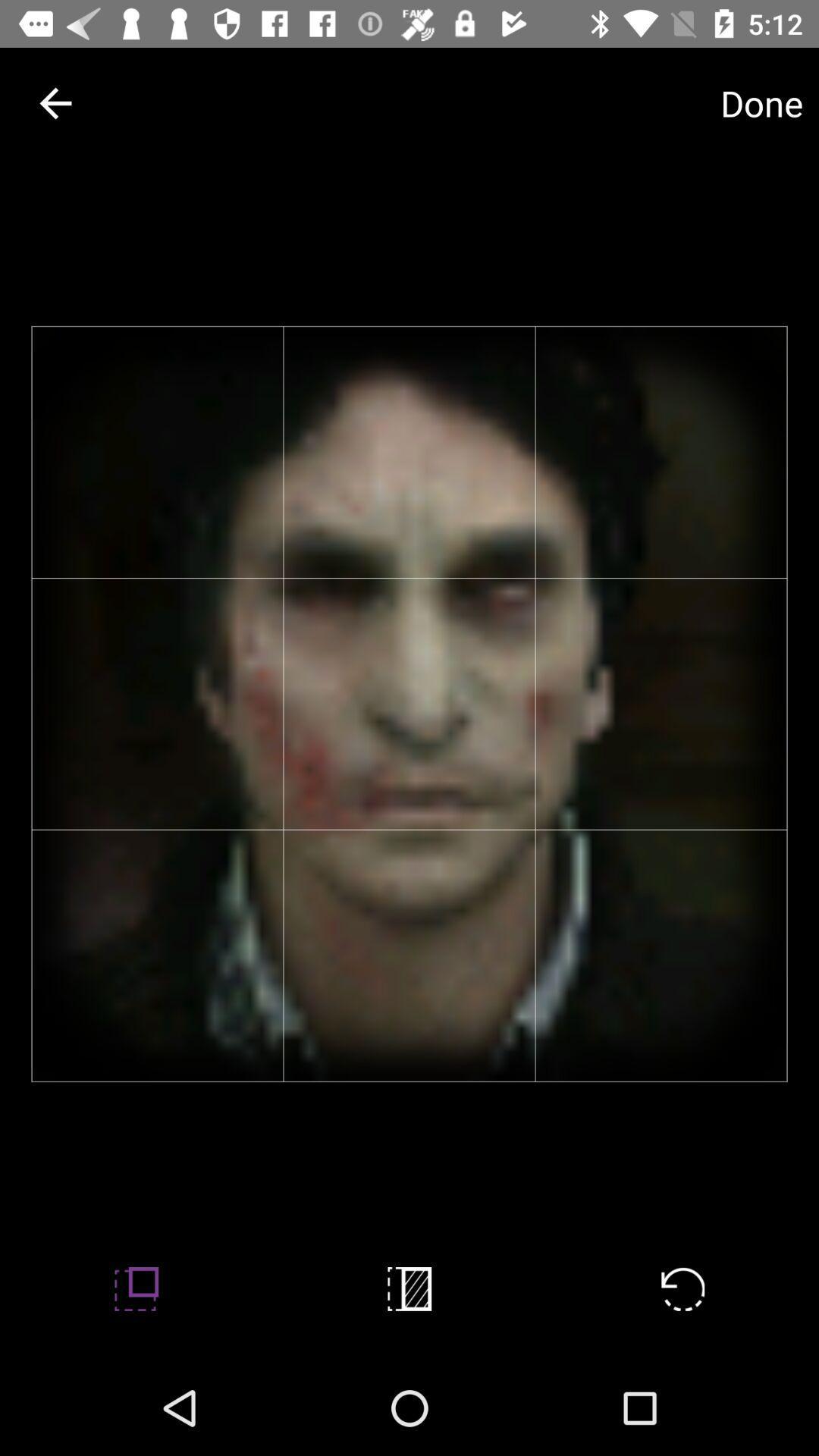  I want to click on crop in horizontal part, so click(409, 1288).